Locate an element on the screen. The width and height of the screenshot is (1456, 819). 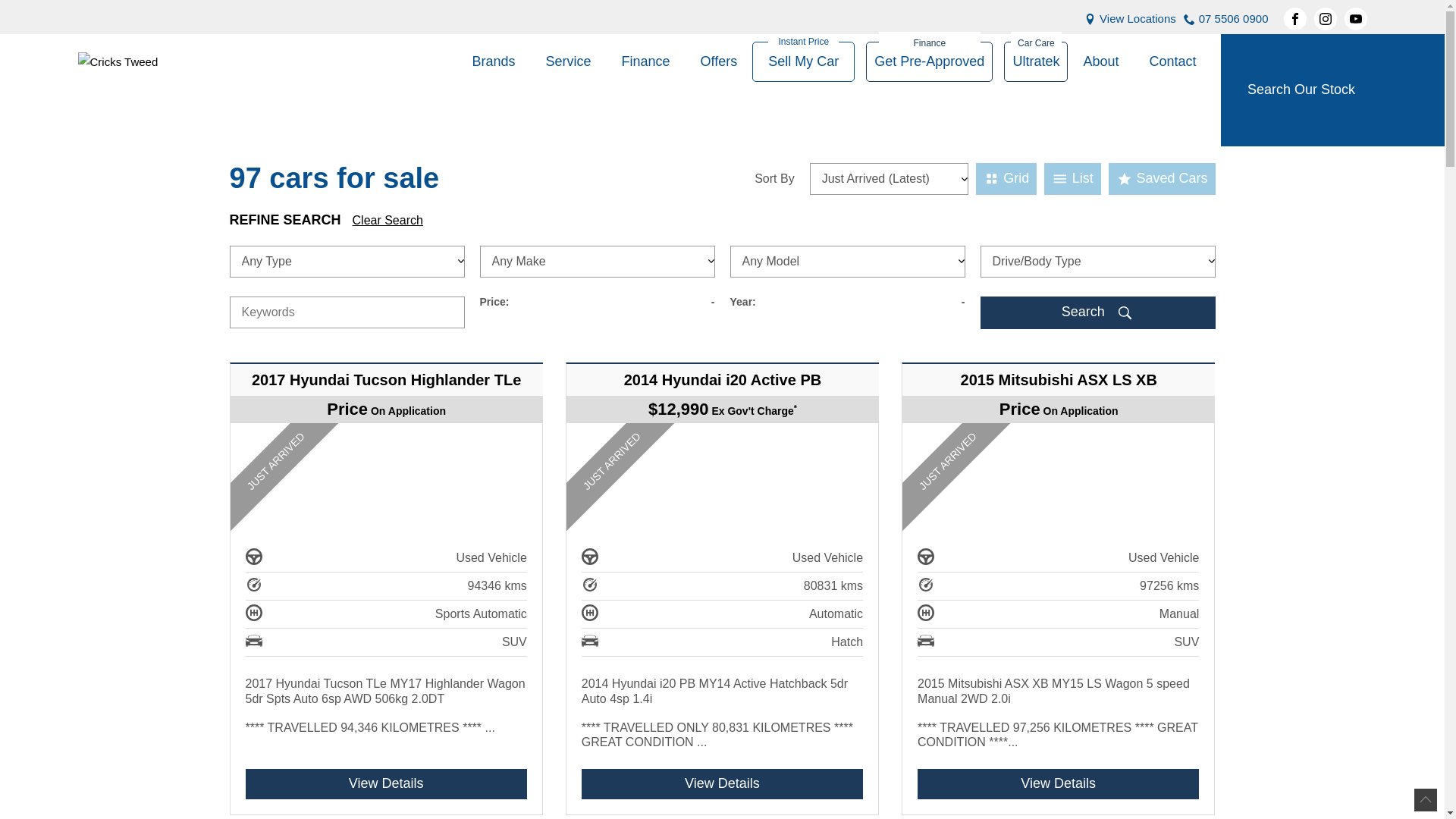
'Clear Search' is located at coordinates (352, 220).